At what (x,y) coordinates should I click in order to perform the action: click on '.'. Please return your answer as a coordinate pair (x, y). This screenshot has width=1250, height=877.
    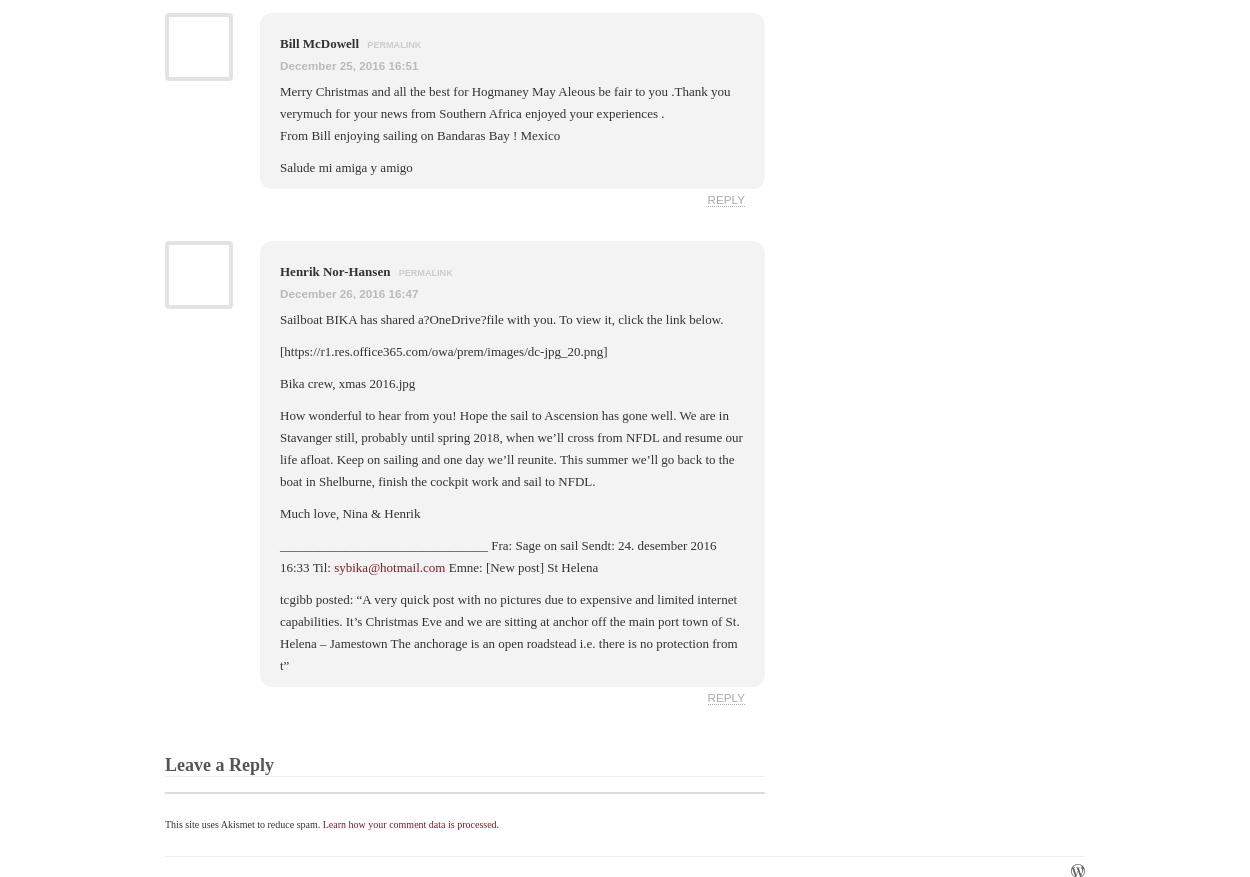
    Looking at the image, I should click on (496, 823).